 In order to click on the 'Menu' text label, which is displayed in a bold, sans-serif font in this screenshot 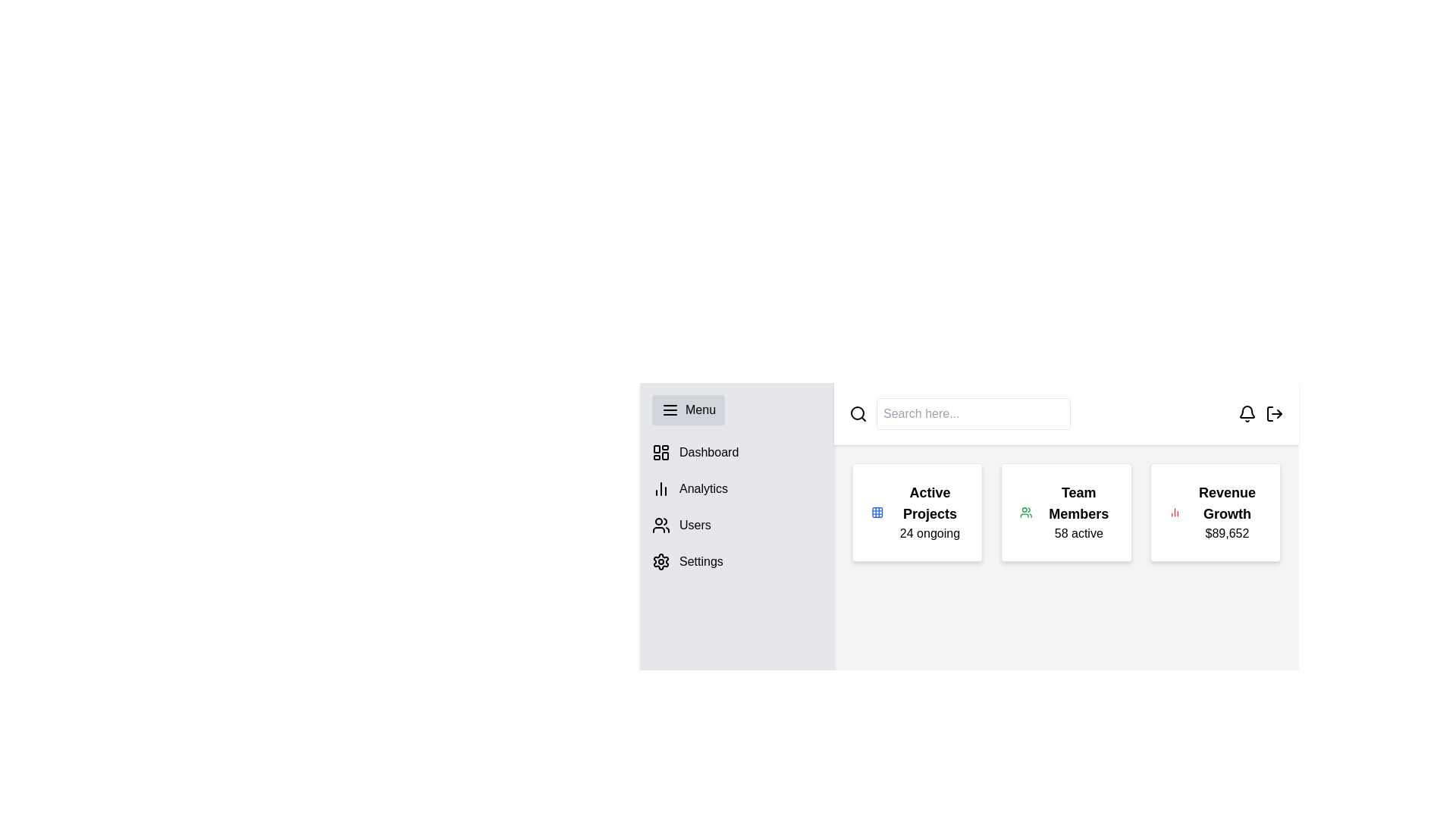, I will do `click(700, 409)`.